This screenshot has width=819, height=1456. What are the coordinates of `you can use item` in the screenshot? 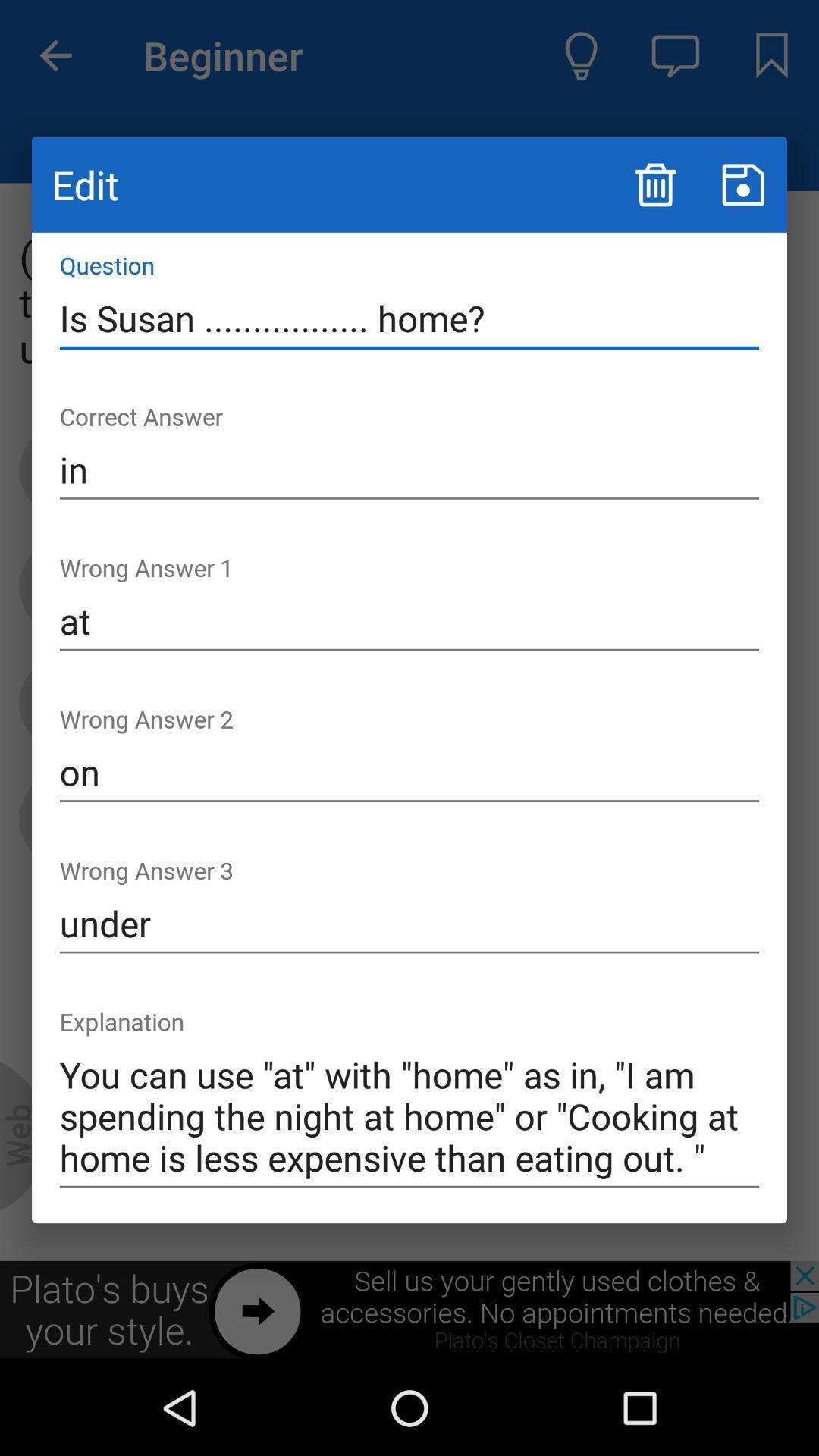 It's located at (409, 1117).